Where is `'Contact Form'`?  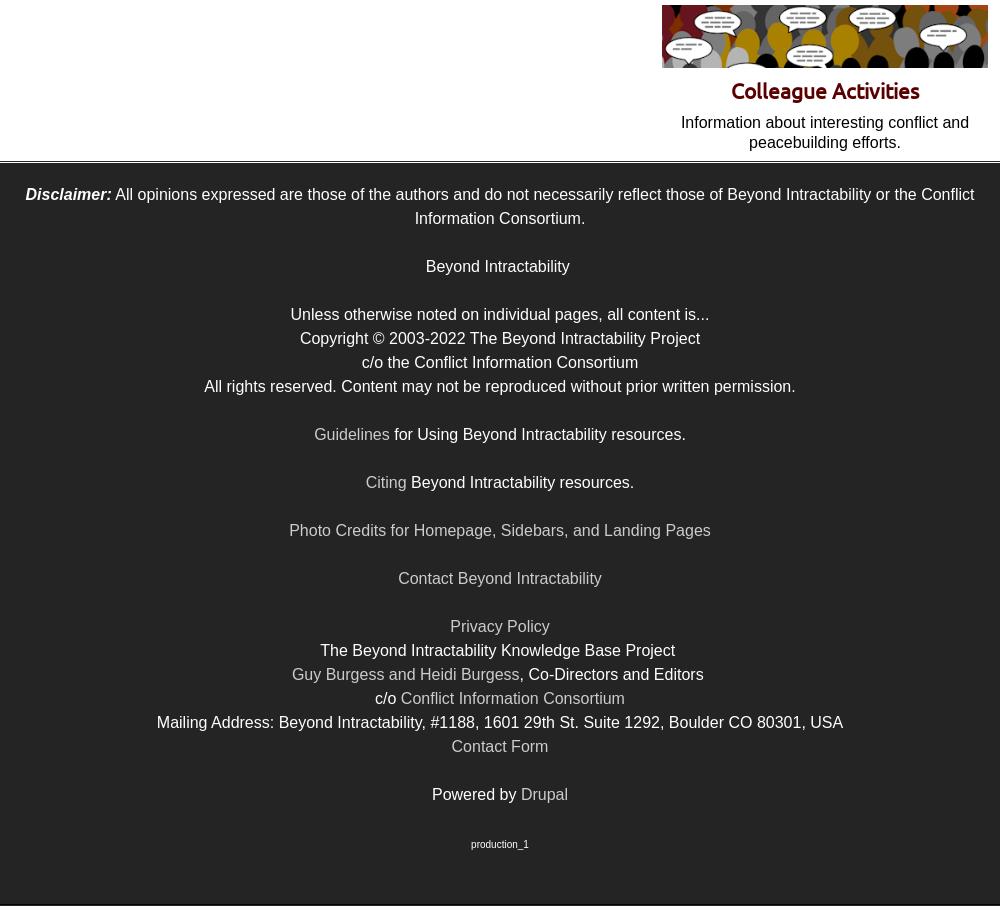
'Contact Form' is located at coordinates (498, 745).